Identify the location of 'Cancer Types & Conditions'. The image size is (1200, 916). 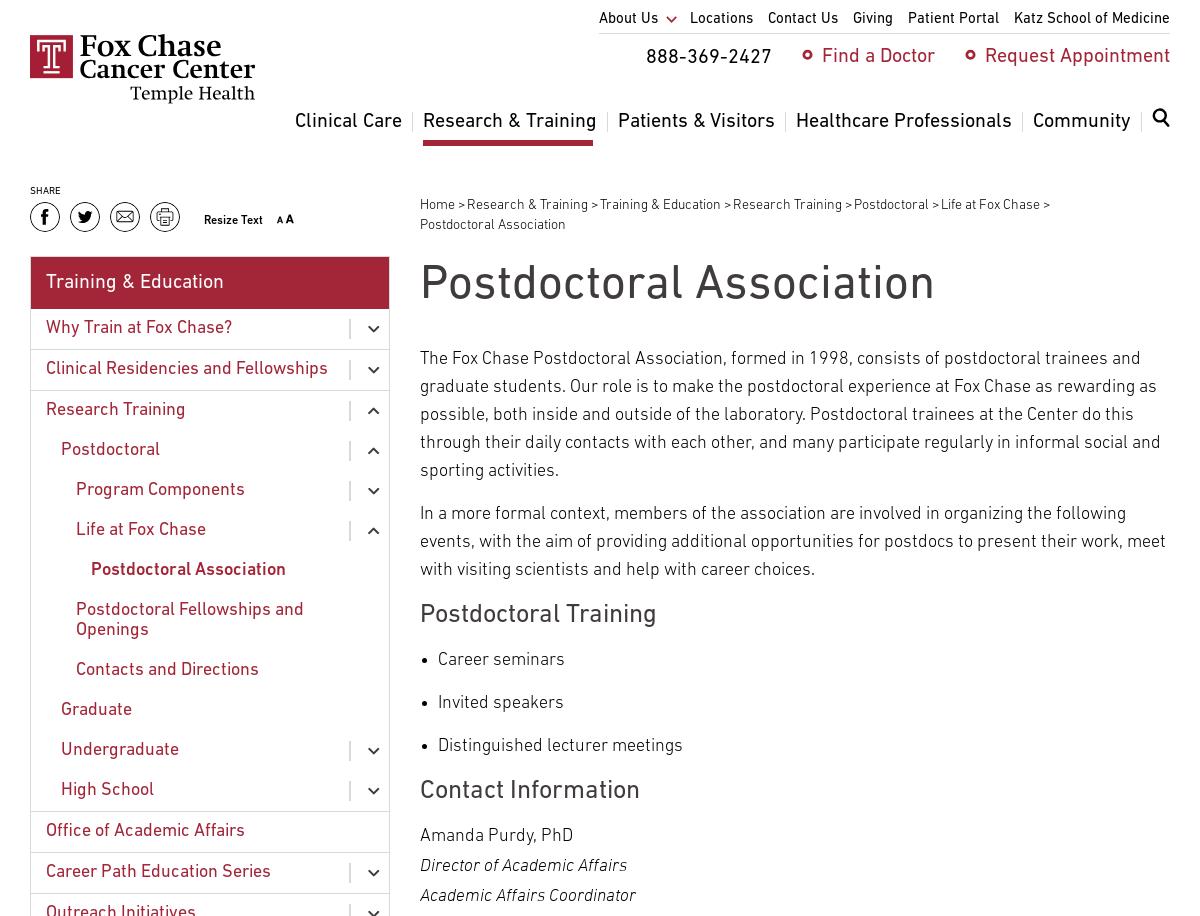
(408, 217).